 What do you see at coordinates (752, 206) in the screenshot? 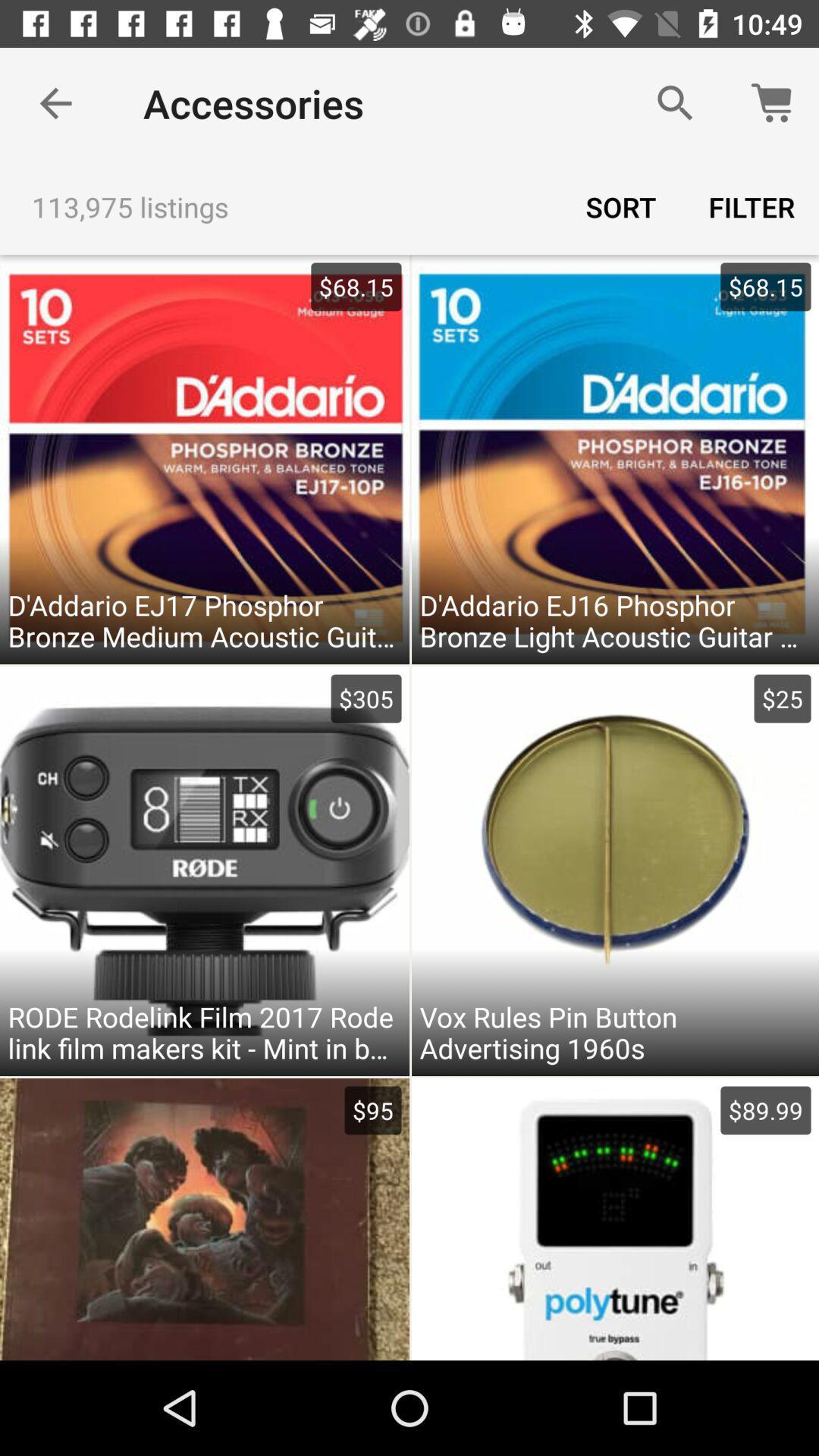
I see `item to the right of the sort item` at bounding box center [752, 206].